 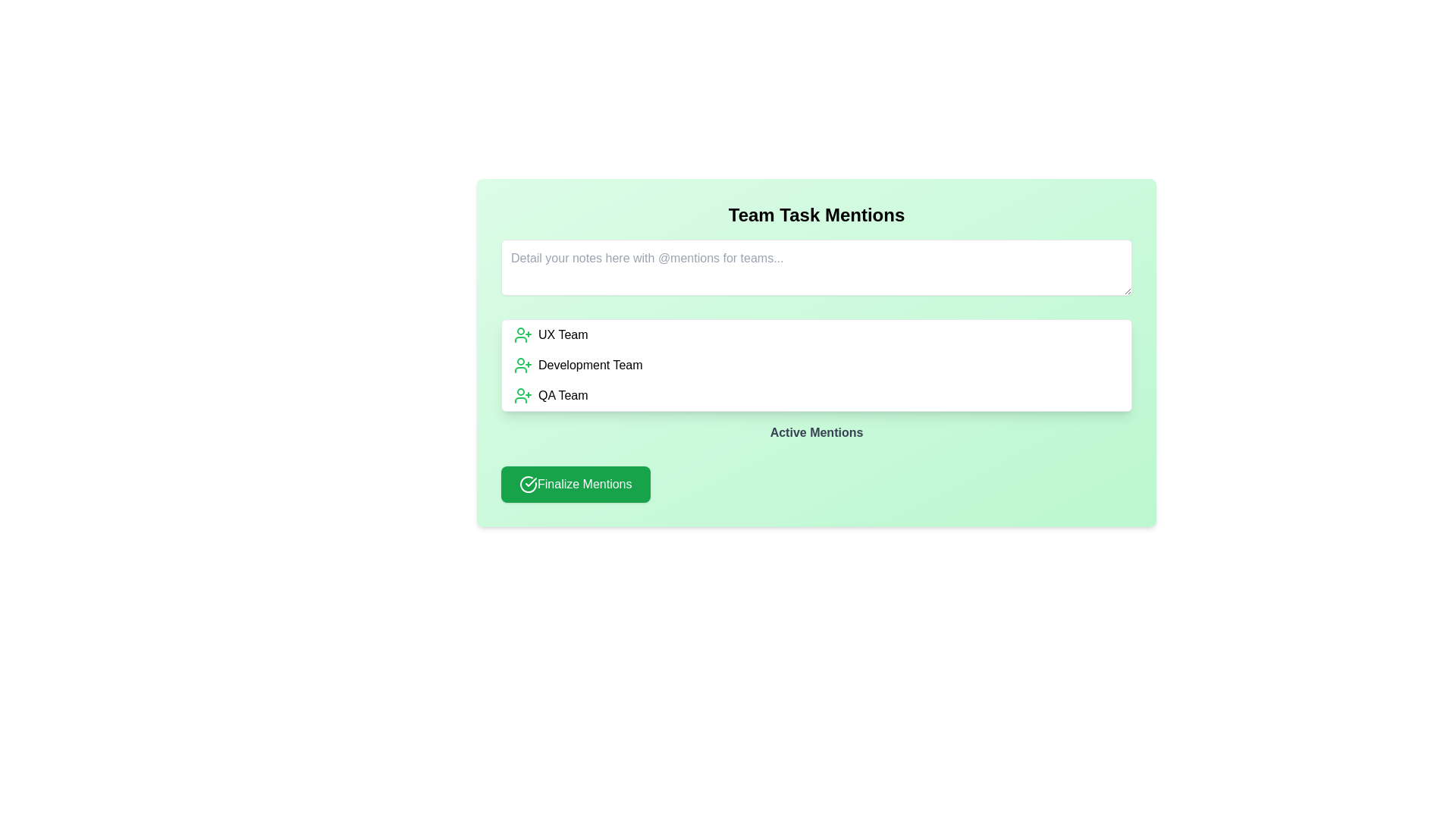 I want to click on the icon that signifies the action to add a user to the QA team group, located to the left of the 'QA Team' text, so click(x=523, y=394).